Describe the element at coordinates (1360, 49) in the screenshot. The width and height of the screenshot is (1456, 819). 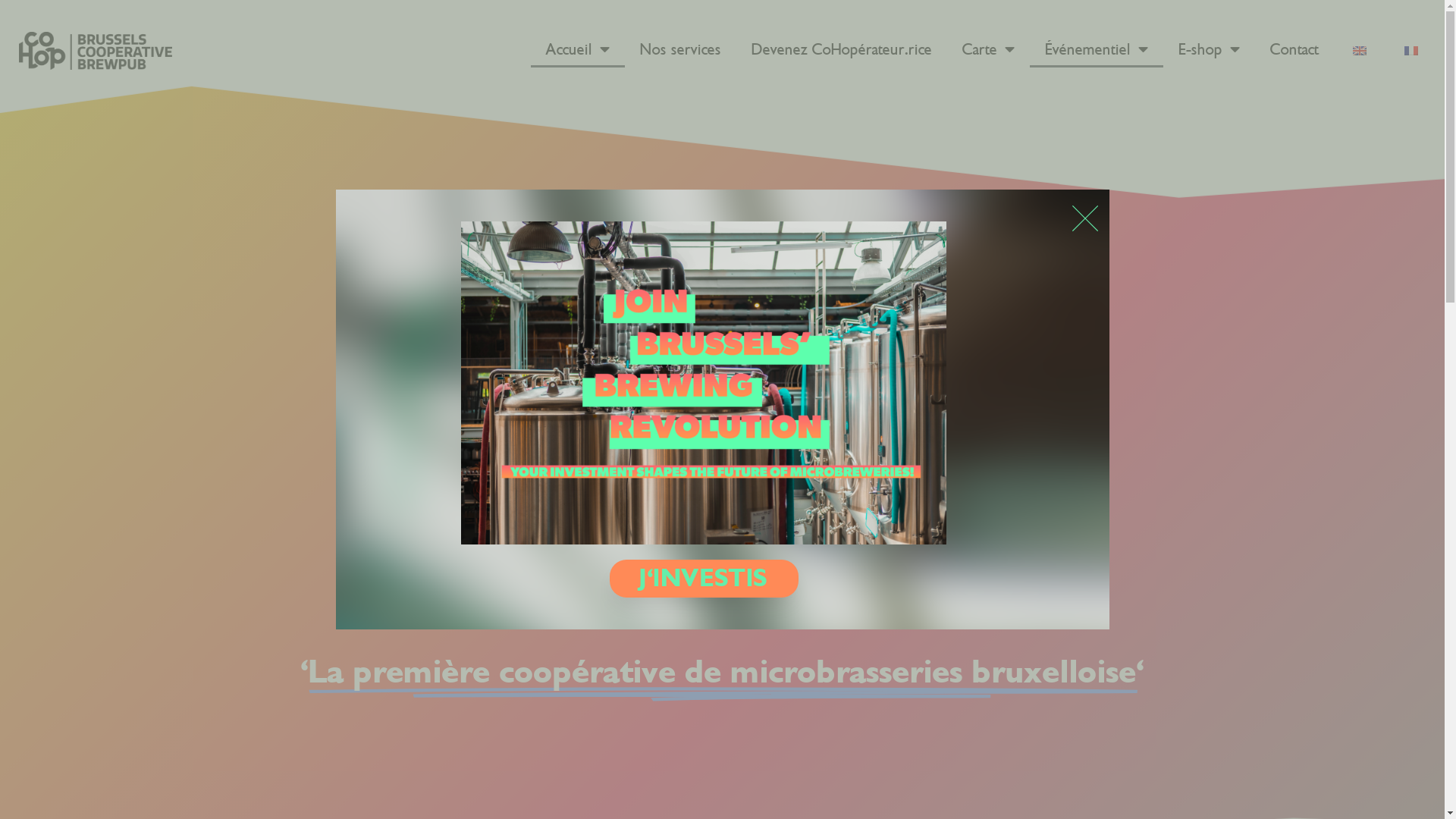
I see `'English (UK)'` at that location.